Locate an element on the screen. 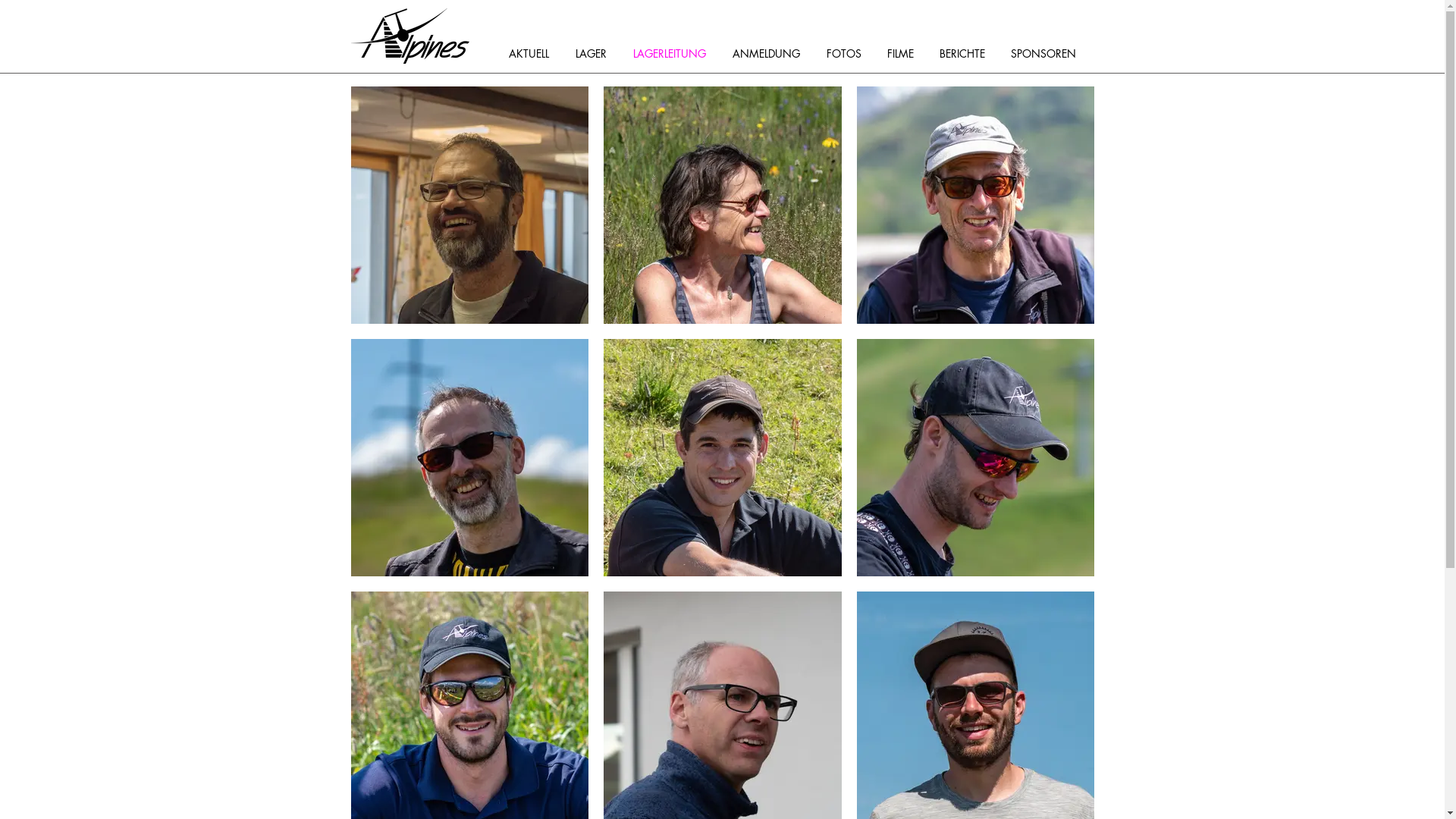 This screenshot has width=1456, height=819. 'LAGERLEITUNG' is located at coordinates (673, 52).